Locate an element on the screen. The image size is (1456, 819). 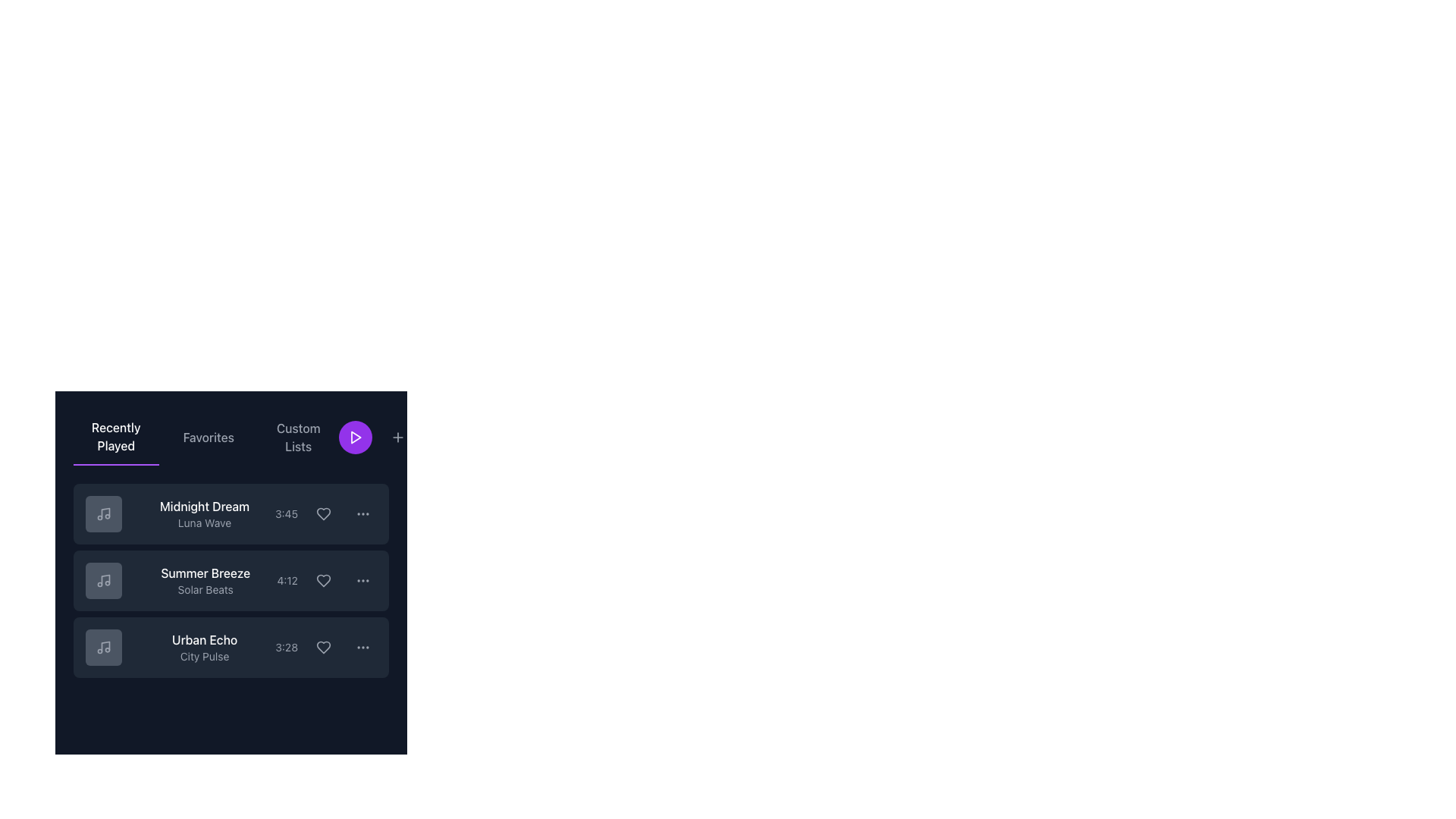
the first button from the left in a horizontal list of three options that displays recently played items in the application is located at coordinates (115, 438).